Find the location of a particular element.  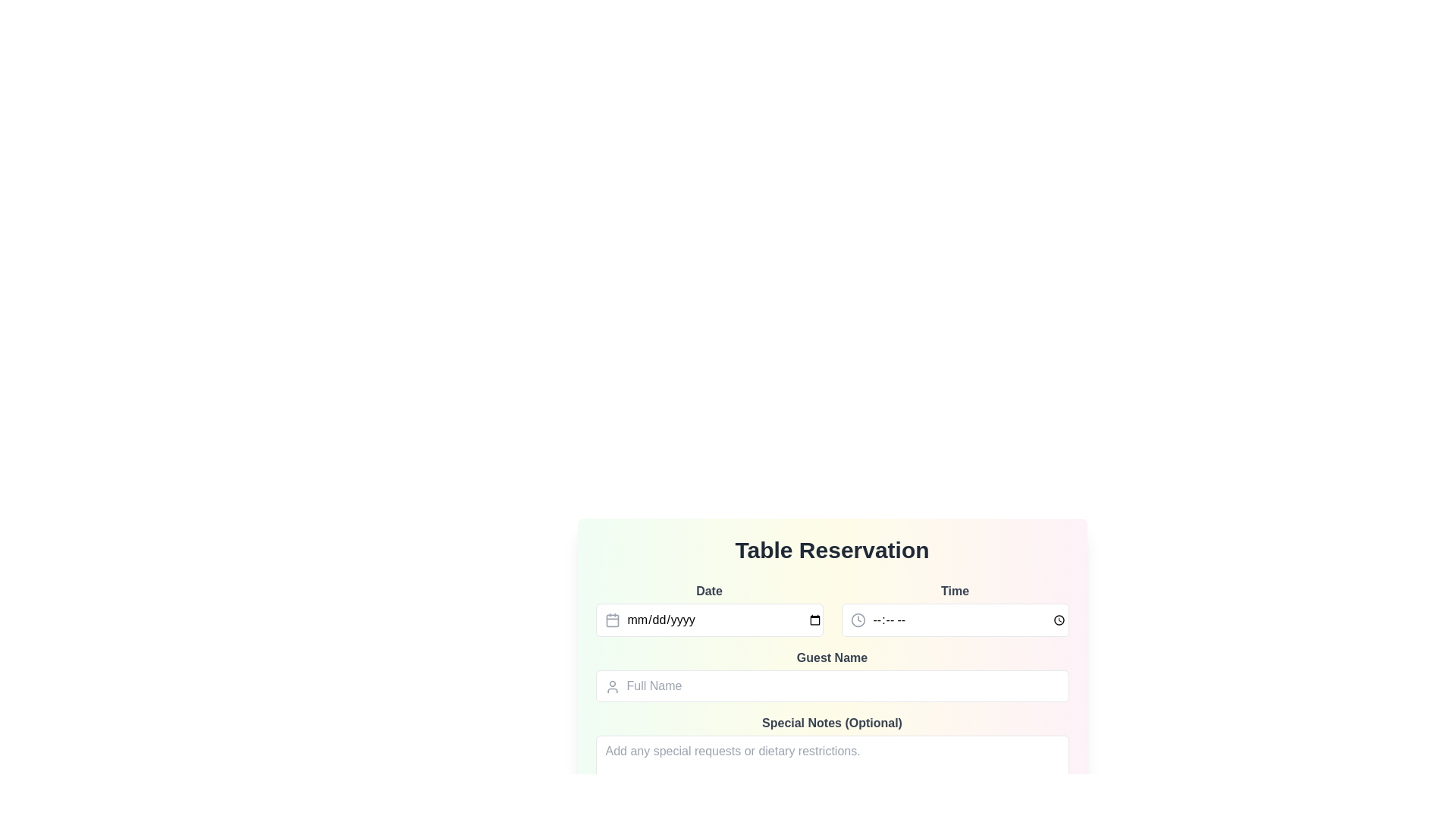

the date input field with the placeholder 'mm/dd/yyyy' to focus and type a date is located at coordinates (708, 620).